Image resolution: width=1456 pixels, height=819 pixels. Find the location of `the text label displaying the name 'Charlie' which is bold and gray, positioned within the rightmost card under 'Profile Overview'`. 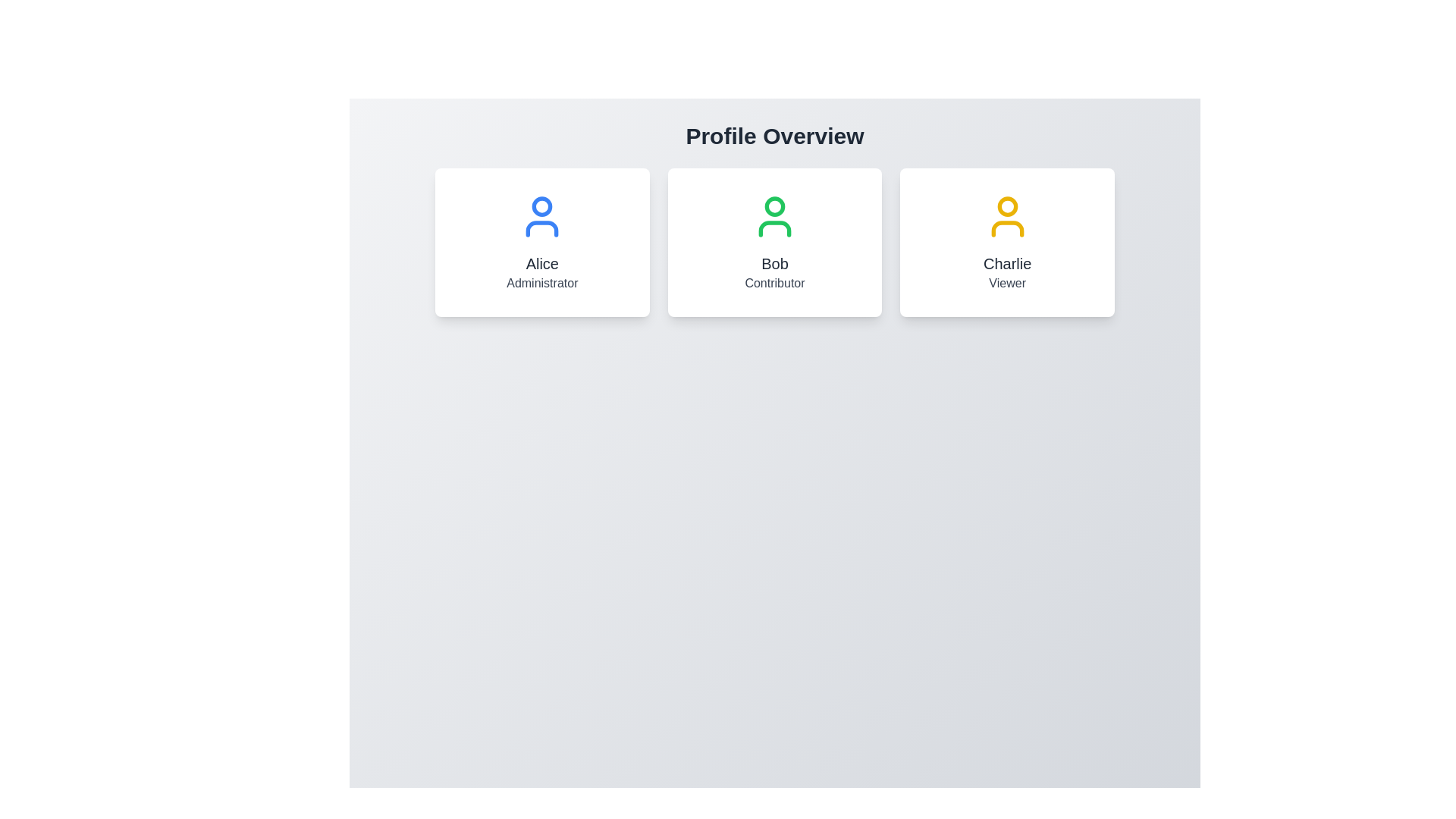

the text label displaying the name 'Charlie' which is bold and gray, positioned within the rightmost card under 'Profile Overview' is located at coordinates (1007, 262).